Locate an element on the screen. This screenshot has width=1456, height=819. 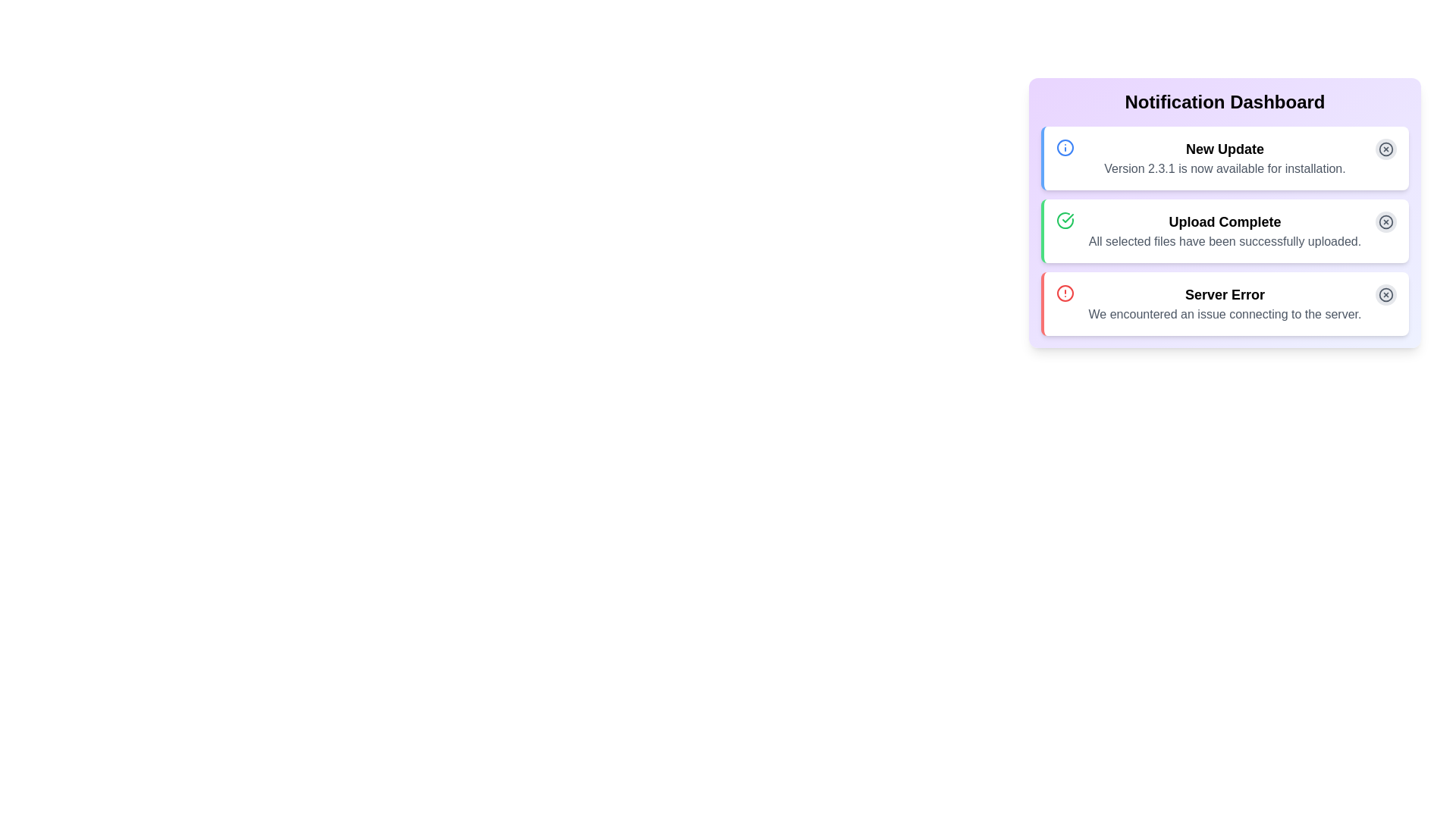
and drop the notification item indicating the availability of a new software version for installation within the Notification Dashboard is located at coordinates (1225, 158).